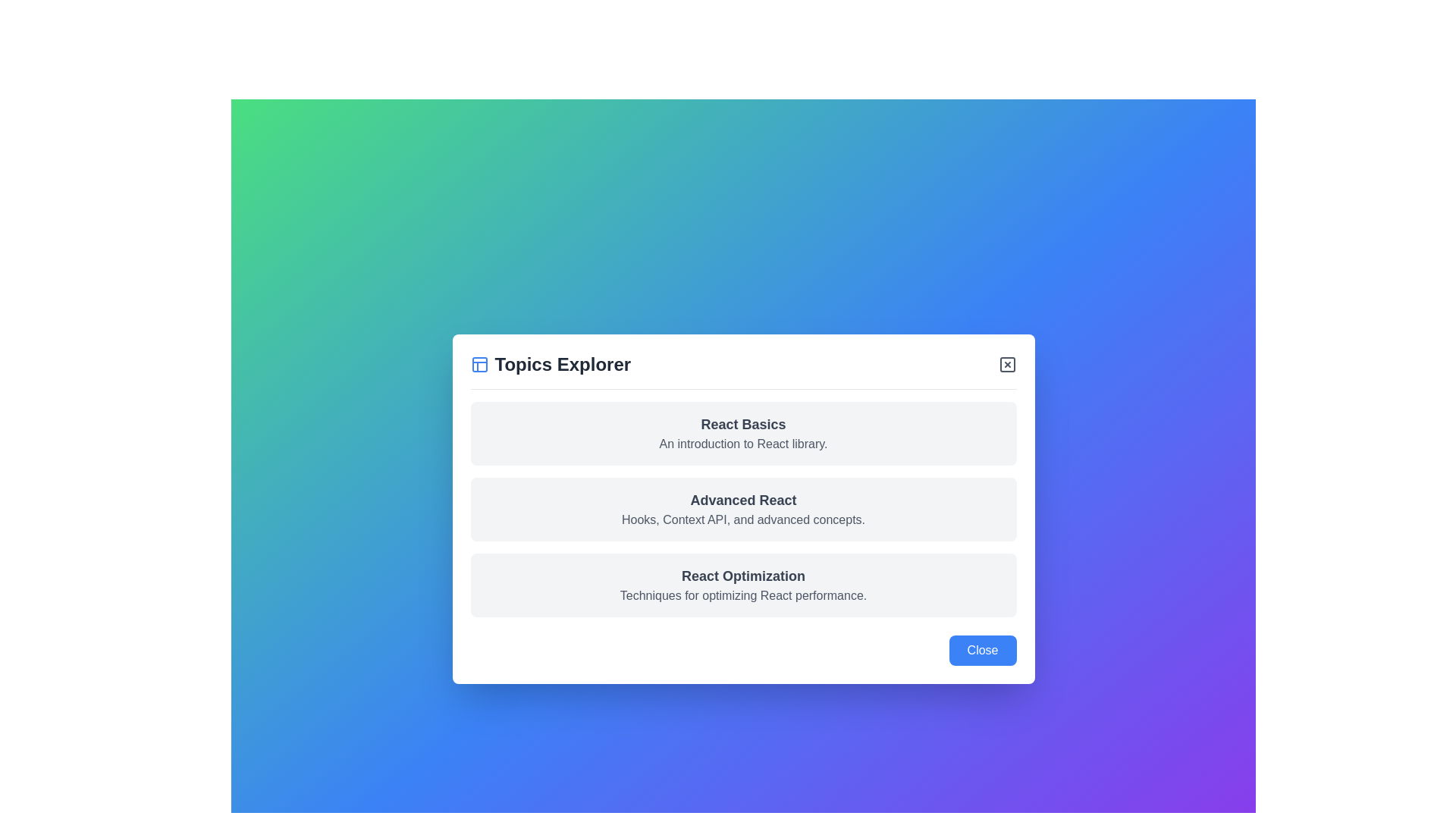 The height and width of the screenshot is (819, 1456). I want to click on the second informational card in the Topics Explorer section, which provides content about advanced React concepts such as Hooks and Context API, so click(743, 509).